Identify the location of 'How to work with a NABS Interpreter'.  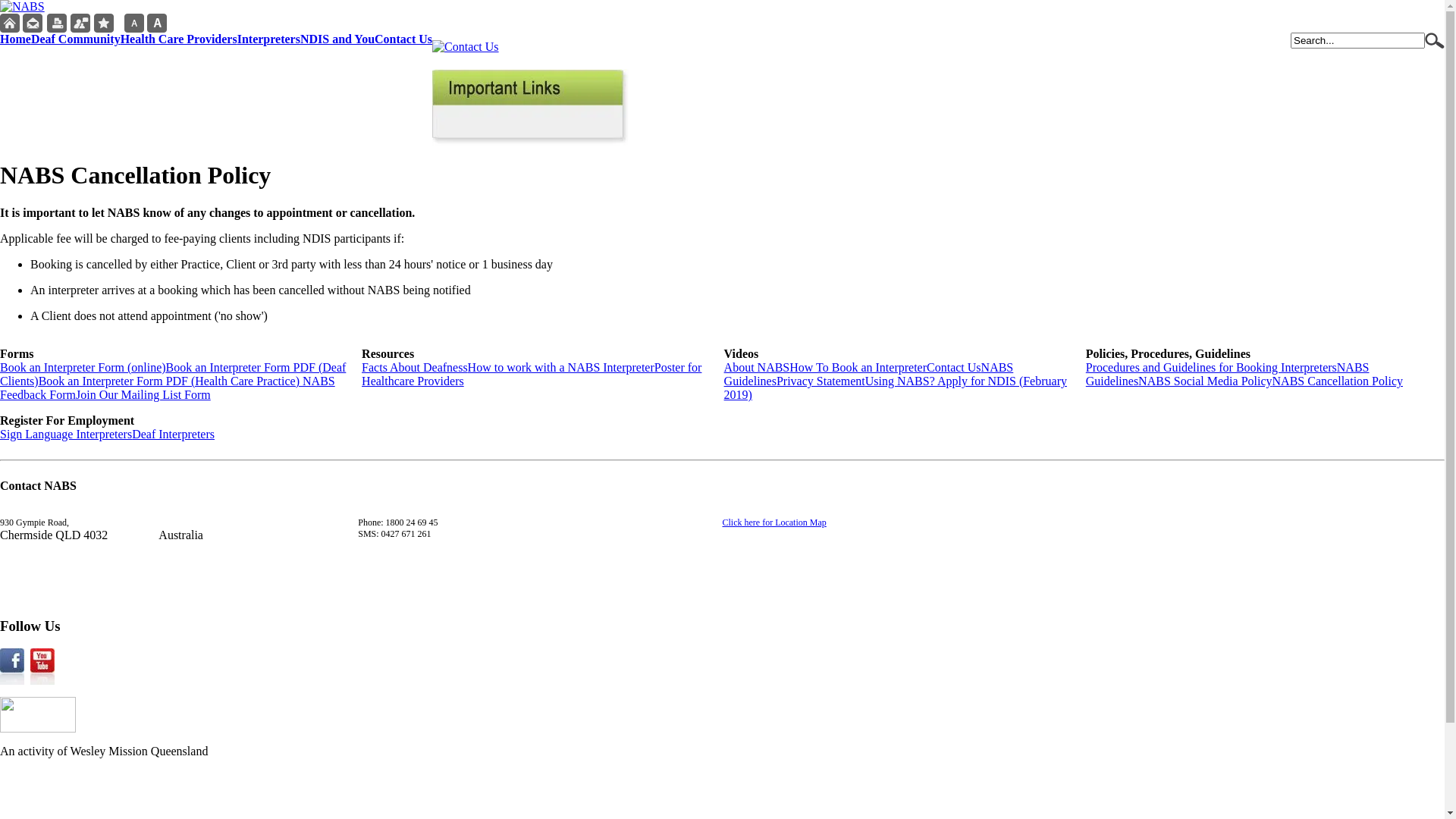
(560, 367).